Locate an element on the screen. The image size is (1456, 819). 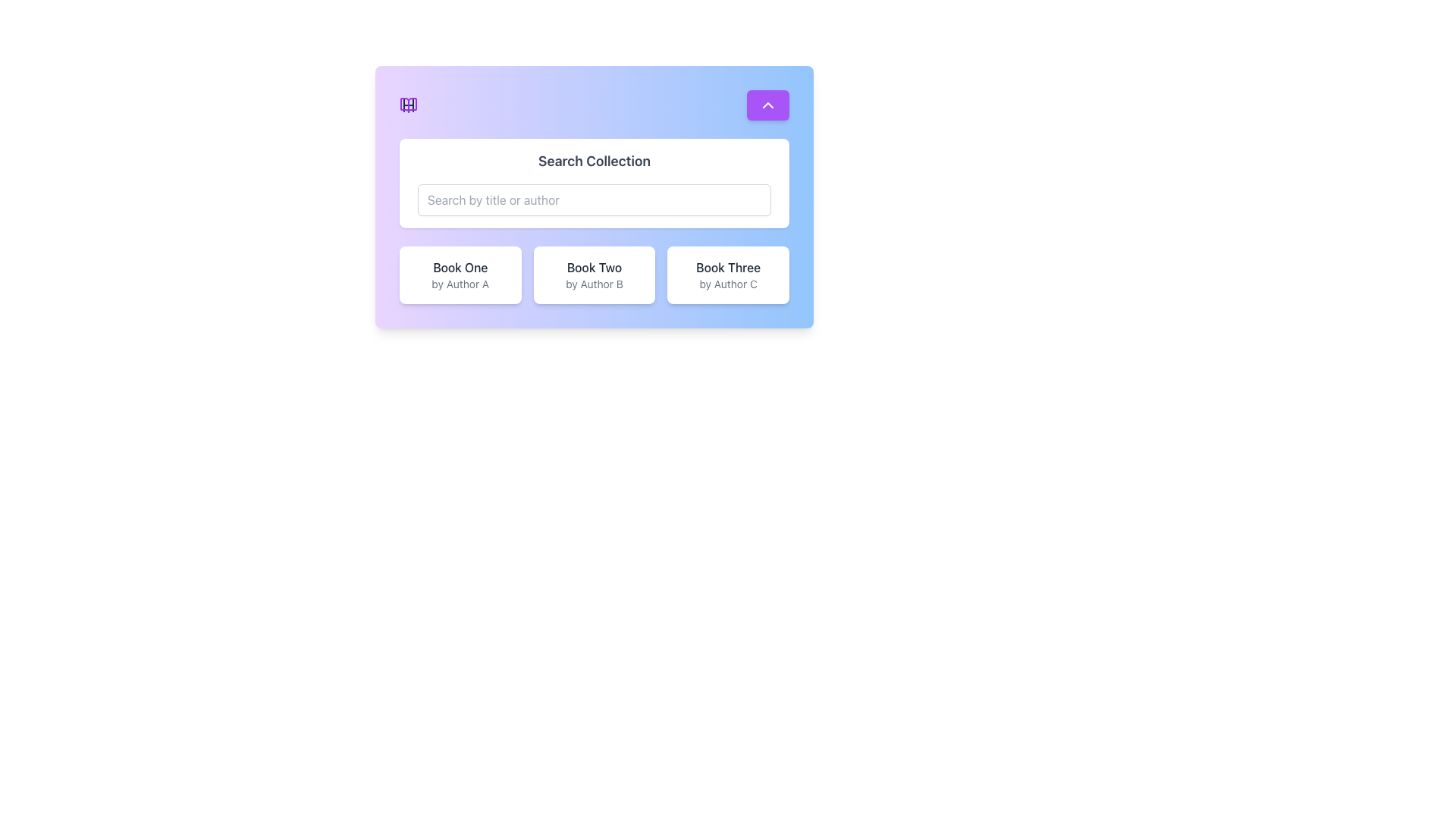
the informational card displaying details about a book, which is the second card in a horizontal grid of three cards is located at coordinates (593, 275).